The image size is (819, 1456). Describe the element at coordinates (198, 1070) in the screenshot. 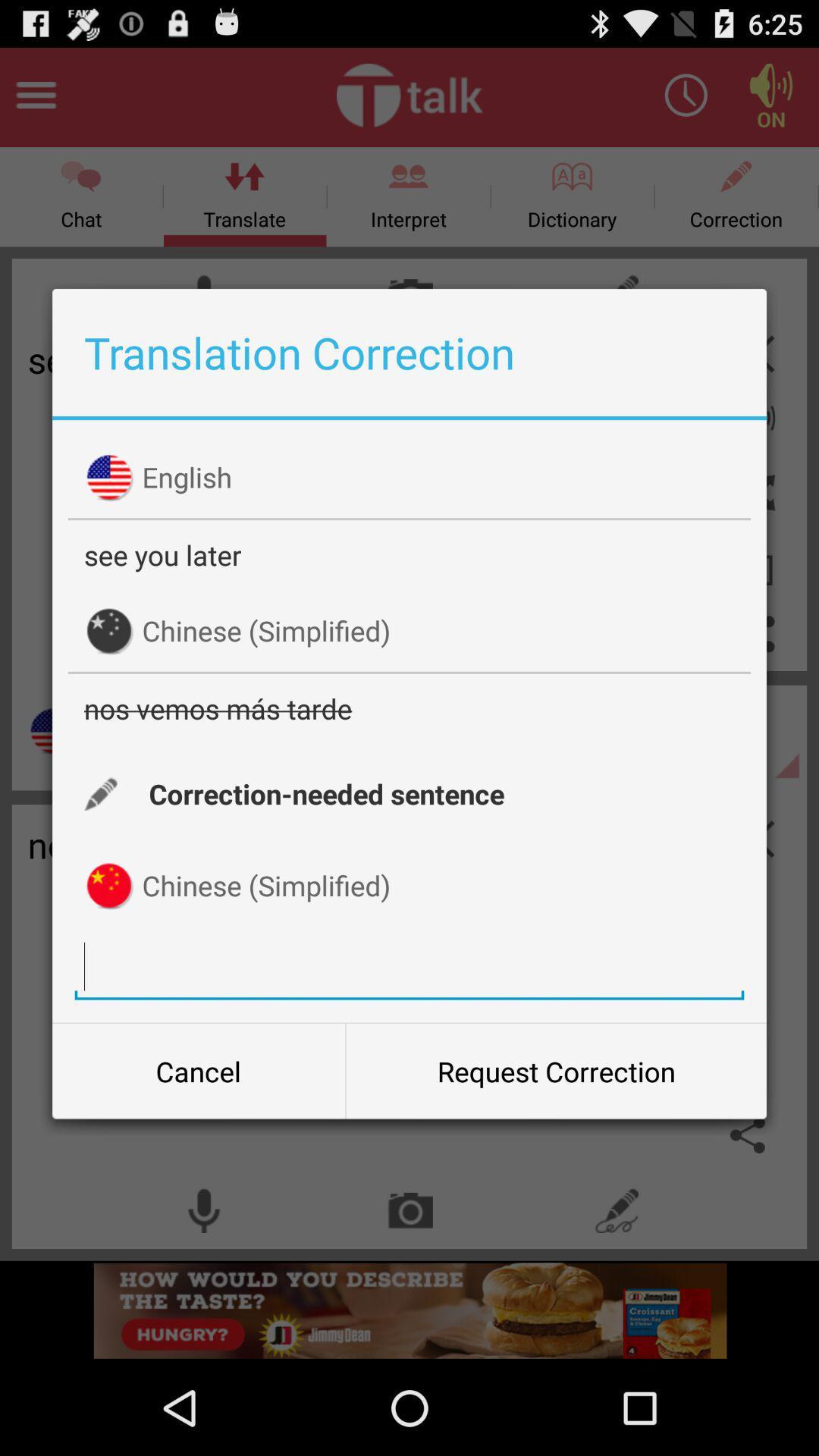

I see `icon to the left of the request correction item` at that location.